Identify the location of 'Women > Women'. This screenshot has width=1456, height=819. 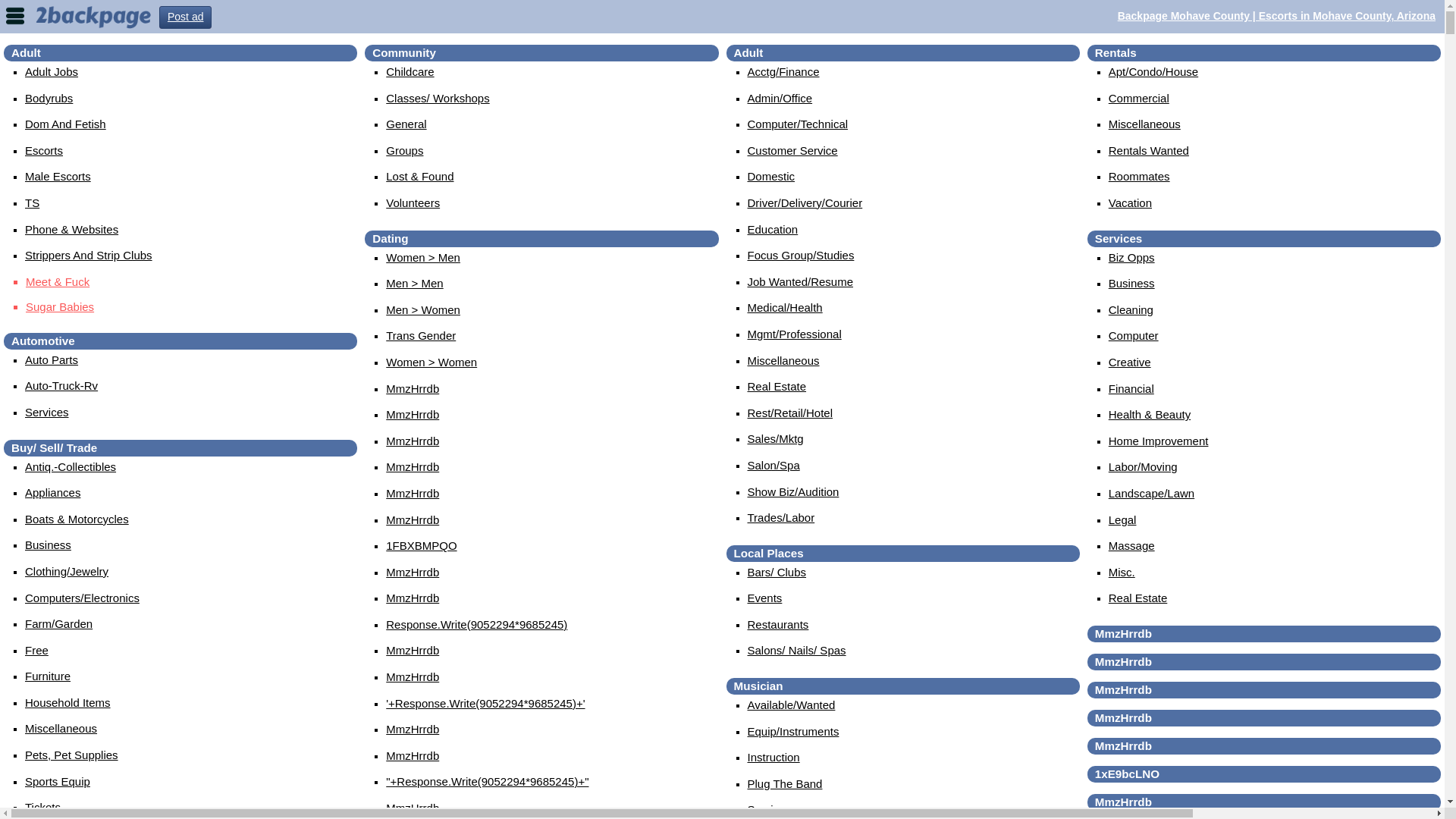
(385, 362).